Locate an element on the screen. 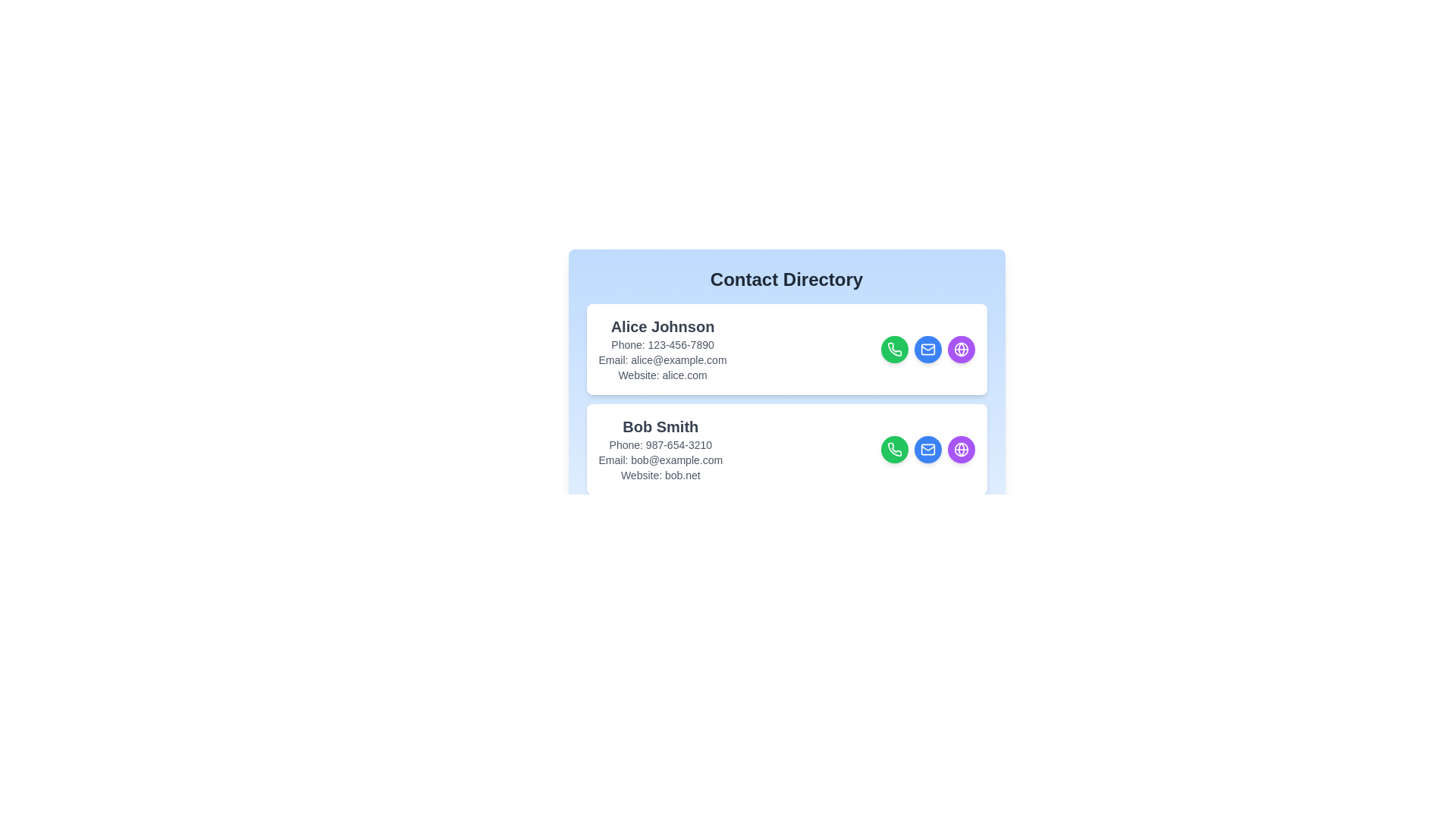 This screenshot has height=819, width=1456. email button for the contact Bob Smith is located at coordinates (927, 449).